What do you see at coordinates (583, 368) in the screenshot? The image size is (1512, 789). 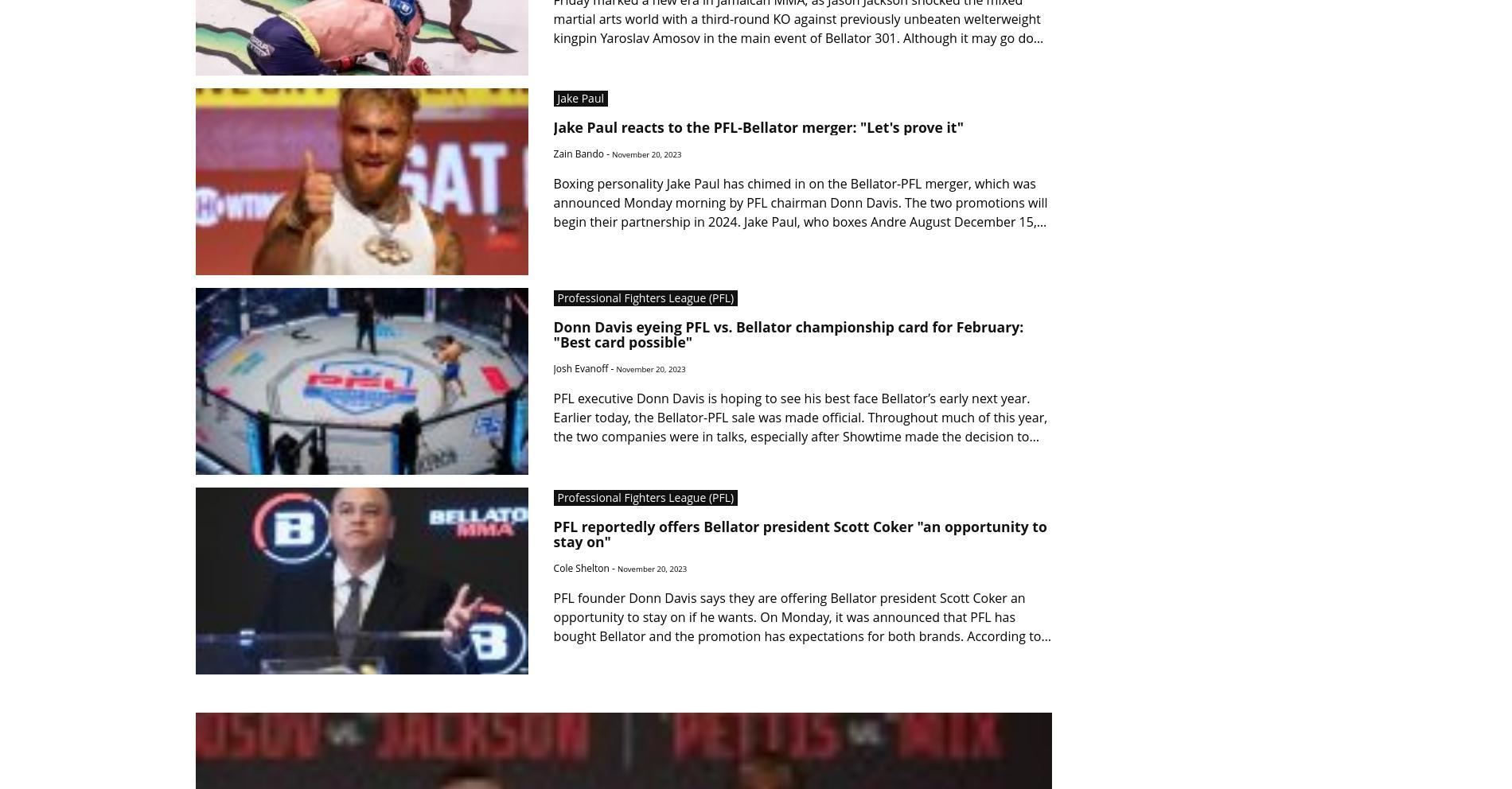 I see `'Josh Evanoff -'` at bounding box center [583, 368].